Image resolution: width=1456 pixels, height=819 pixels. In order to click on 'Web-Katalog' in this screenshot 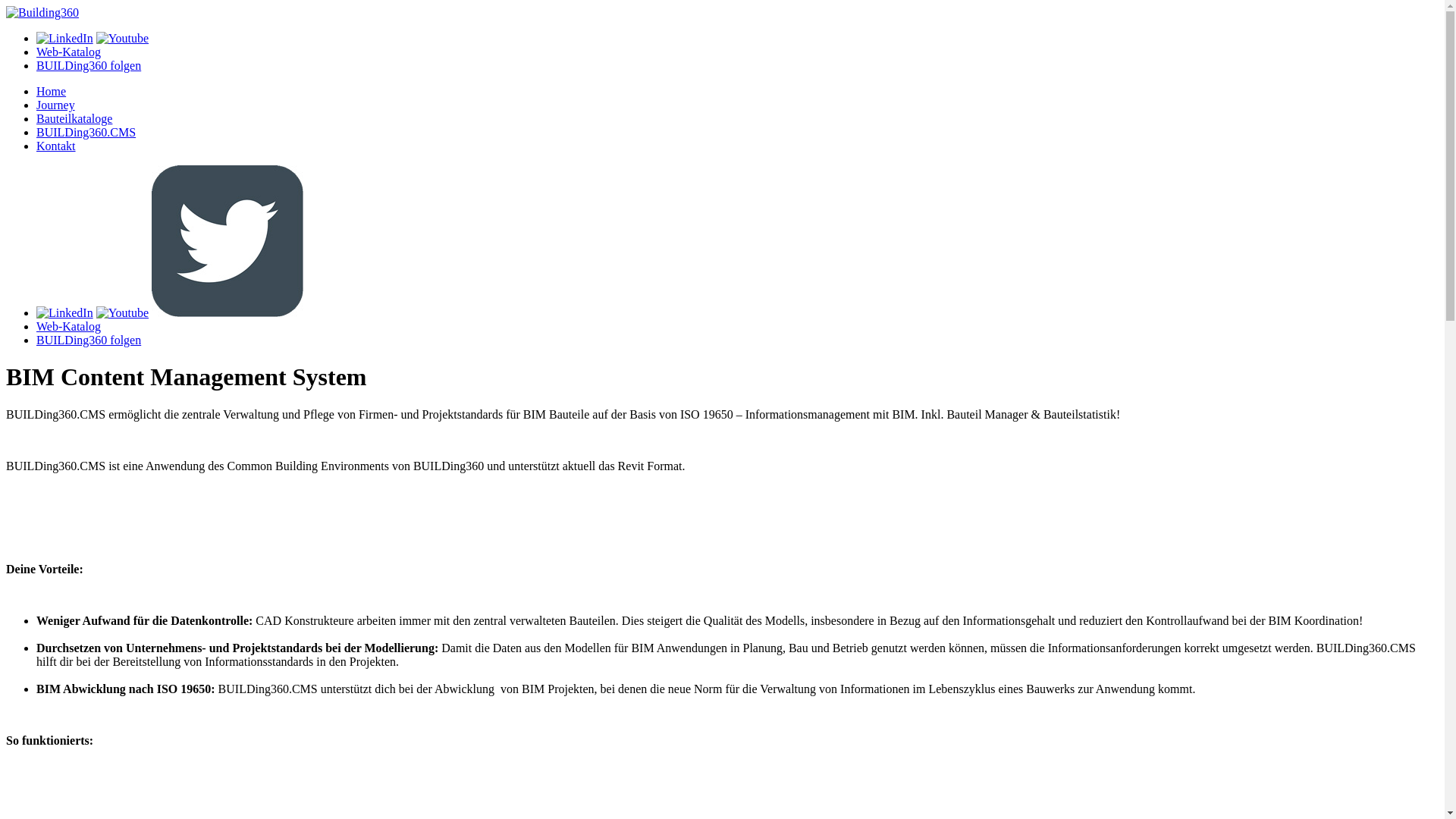, I will do `click(36, 325)`.